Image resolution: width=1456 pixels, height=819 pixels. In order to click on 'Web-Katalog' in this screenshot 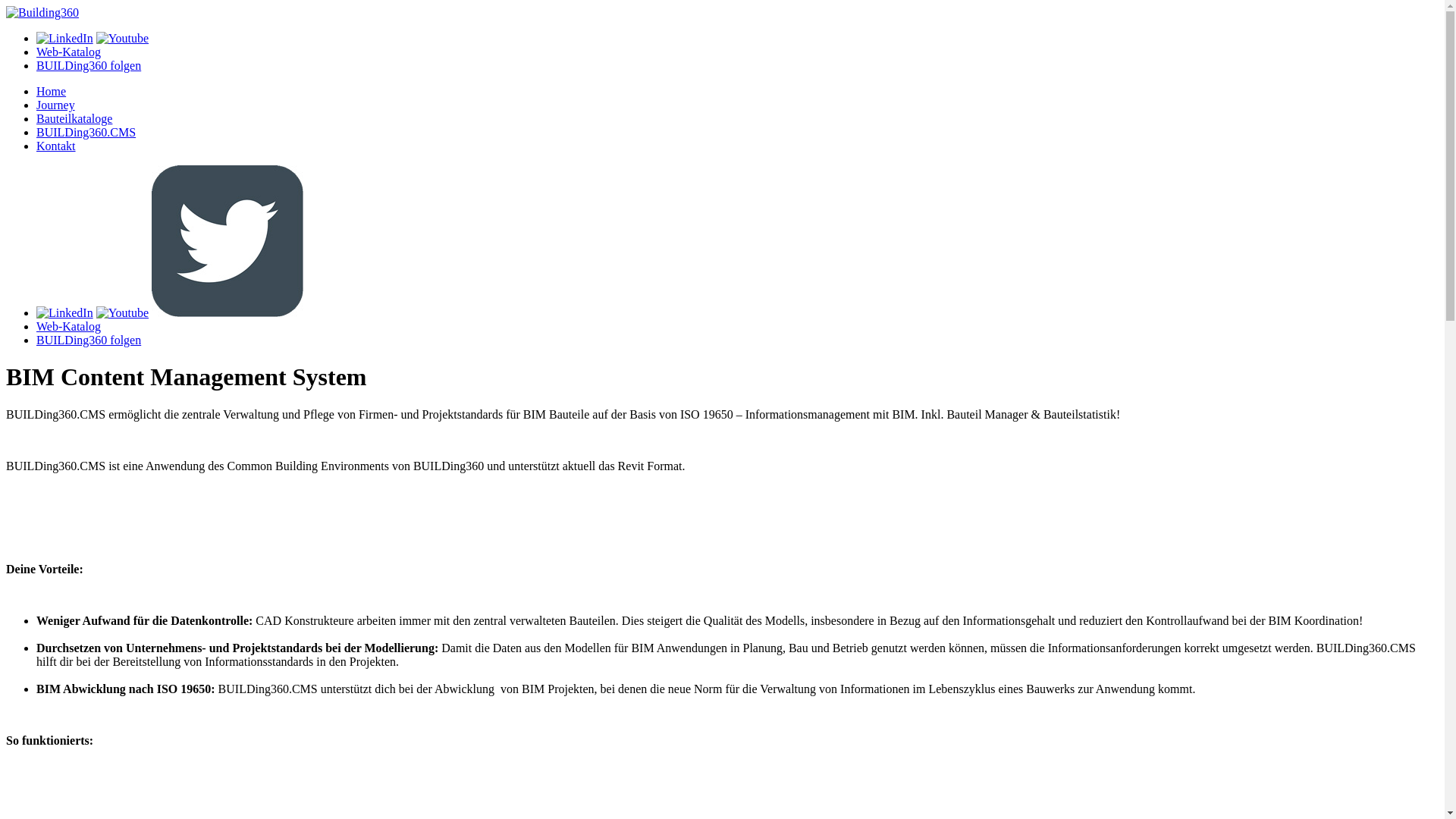, I will do `click(36, 325)`.